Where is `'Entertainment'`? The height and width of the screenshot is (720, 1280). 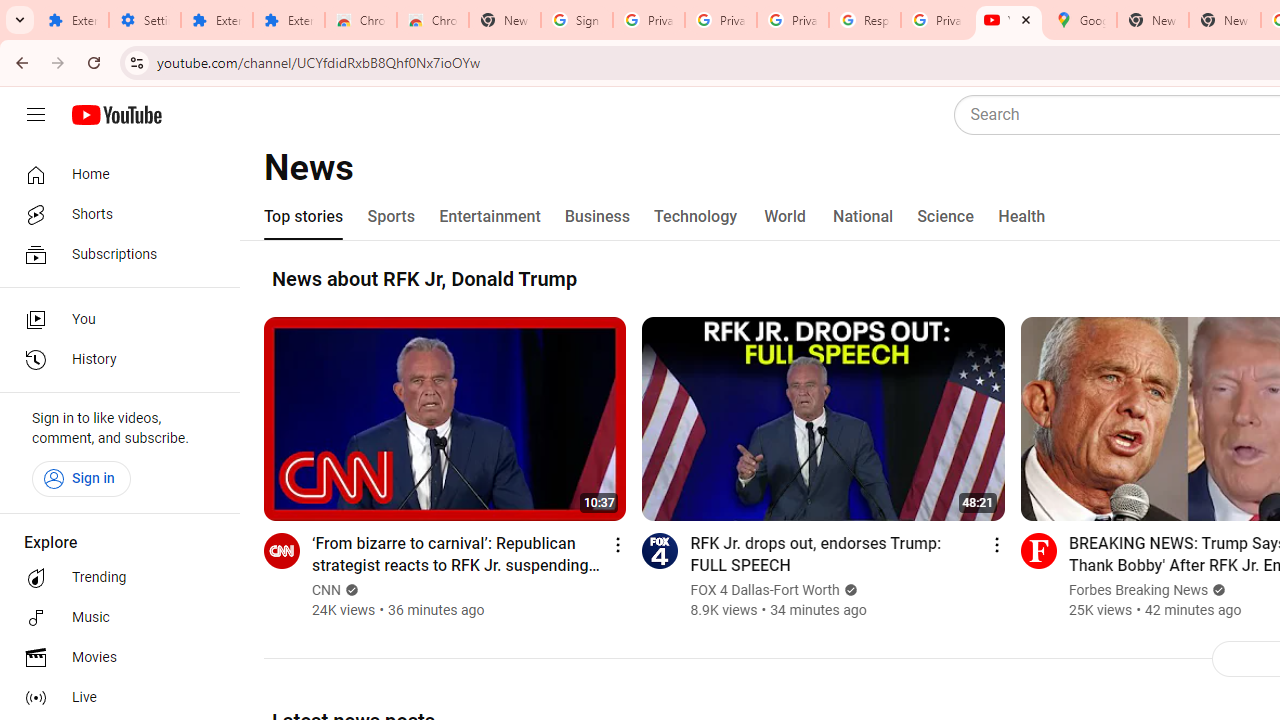
'Entertainment' is located at coordinates (490, 217).